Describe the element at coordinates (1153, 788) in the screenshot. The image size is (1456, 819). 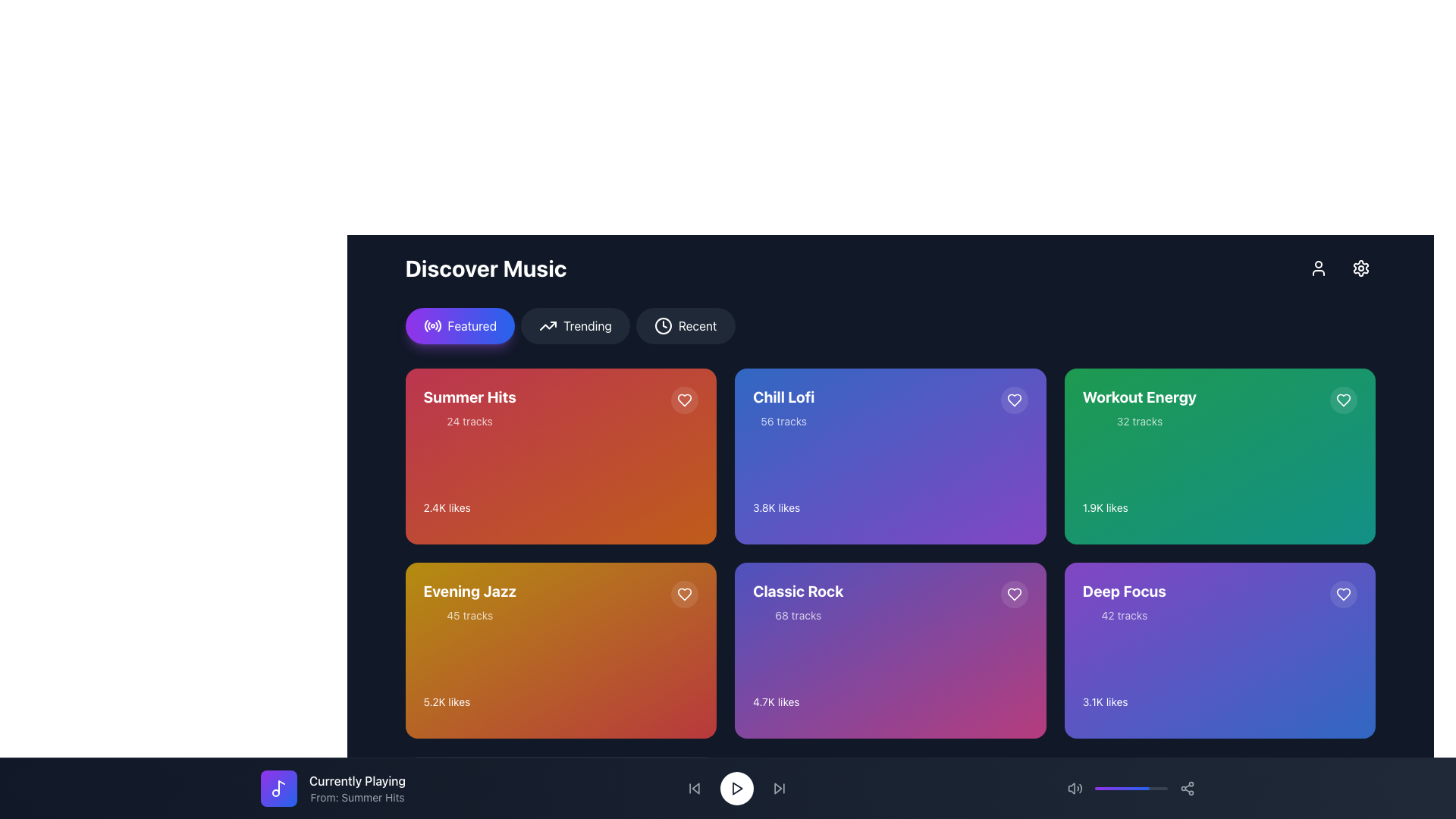
I see `volume level` at that location.